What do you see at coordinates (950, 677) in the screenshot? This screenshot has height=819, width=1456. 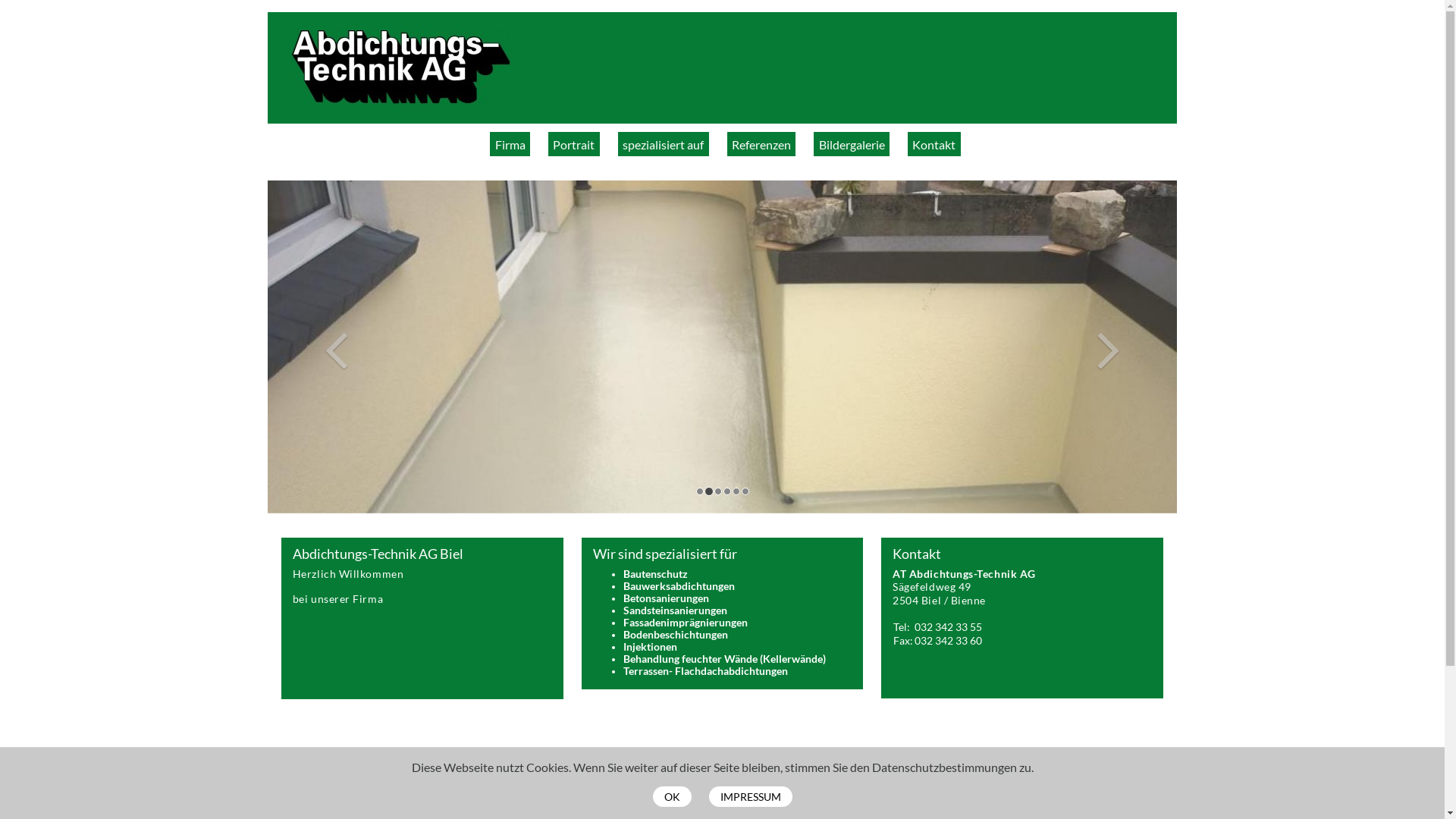 I see `'abdichtung@sunrise.ch'` at bounding box center [950, 677].